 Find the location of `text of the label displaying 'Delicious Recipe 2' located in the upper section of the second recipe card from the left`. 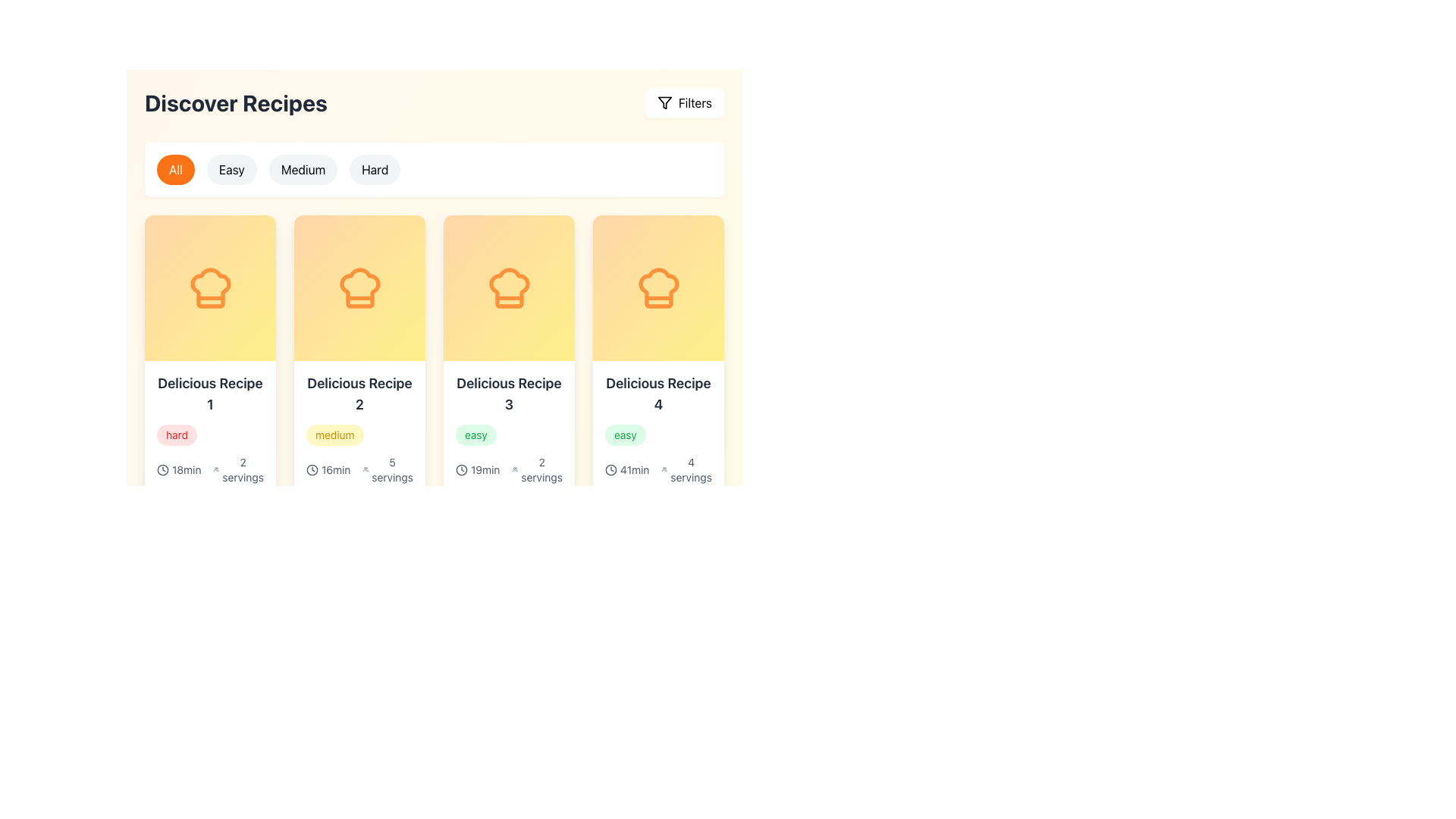

text of the label displaying 'Delicious Recipe 2' located in the upper section of the second recipe card from the left is located at coordinates (359, 394).